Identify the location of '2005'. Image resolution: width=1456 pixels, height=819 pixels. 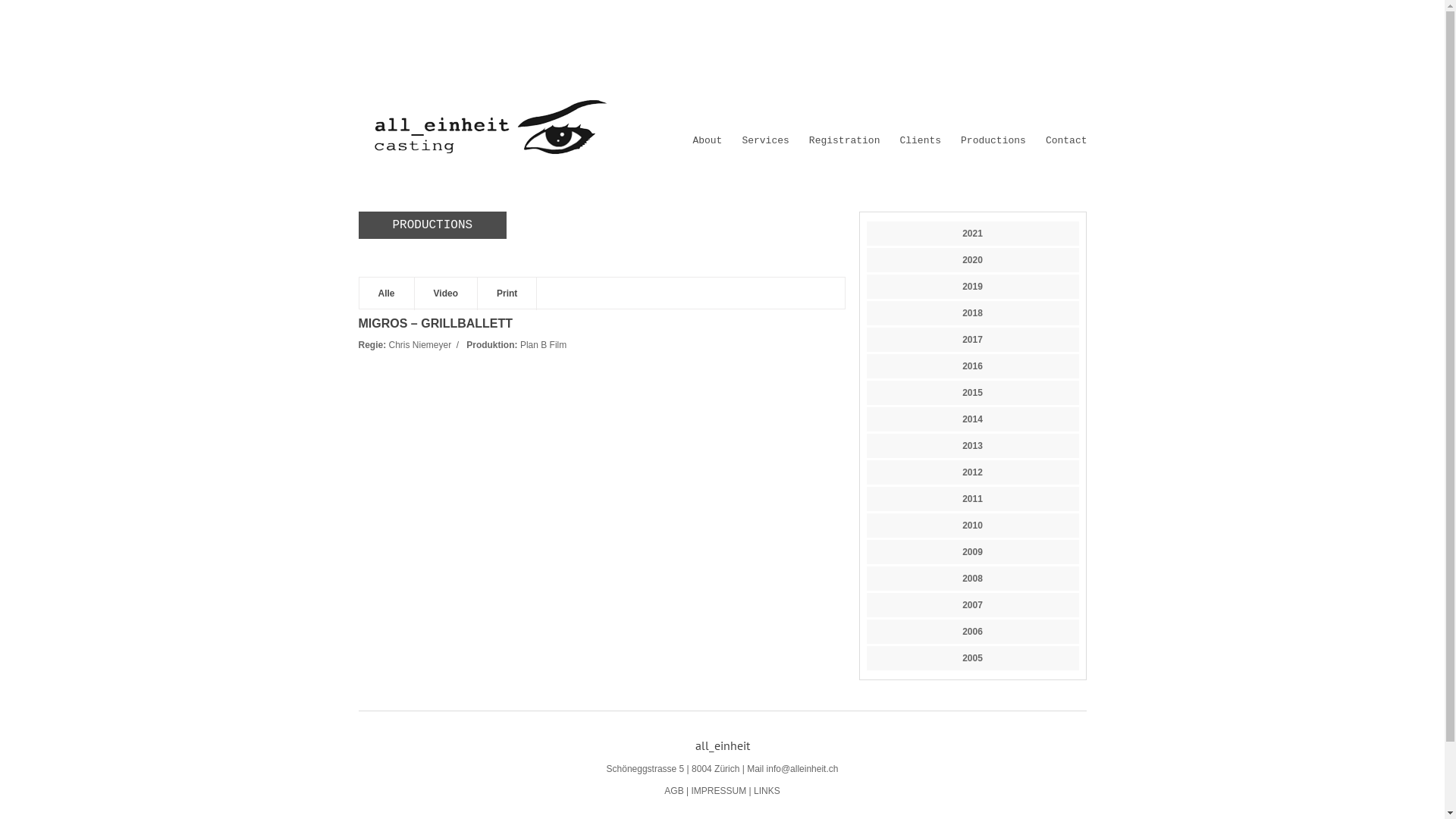
(972, 657).